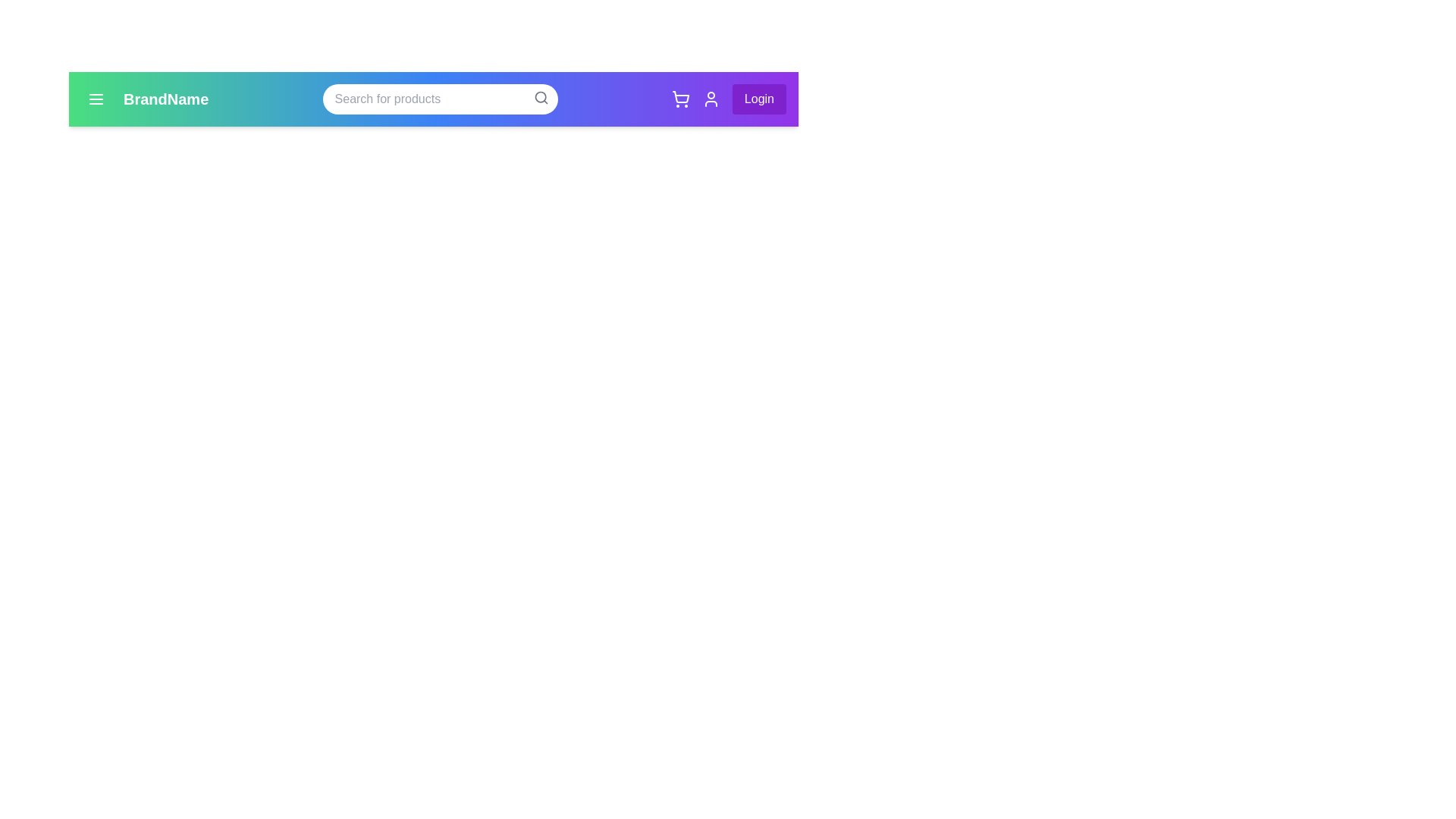 This screenshot has height=819, width=1456. What do you see at coordinates (679, 99) in the screenshot?
I see `the shopping cart icon to open the cart view` at bounding box center [679, 99].